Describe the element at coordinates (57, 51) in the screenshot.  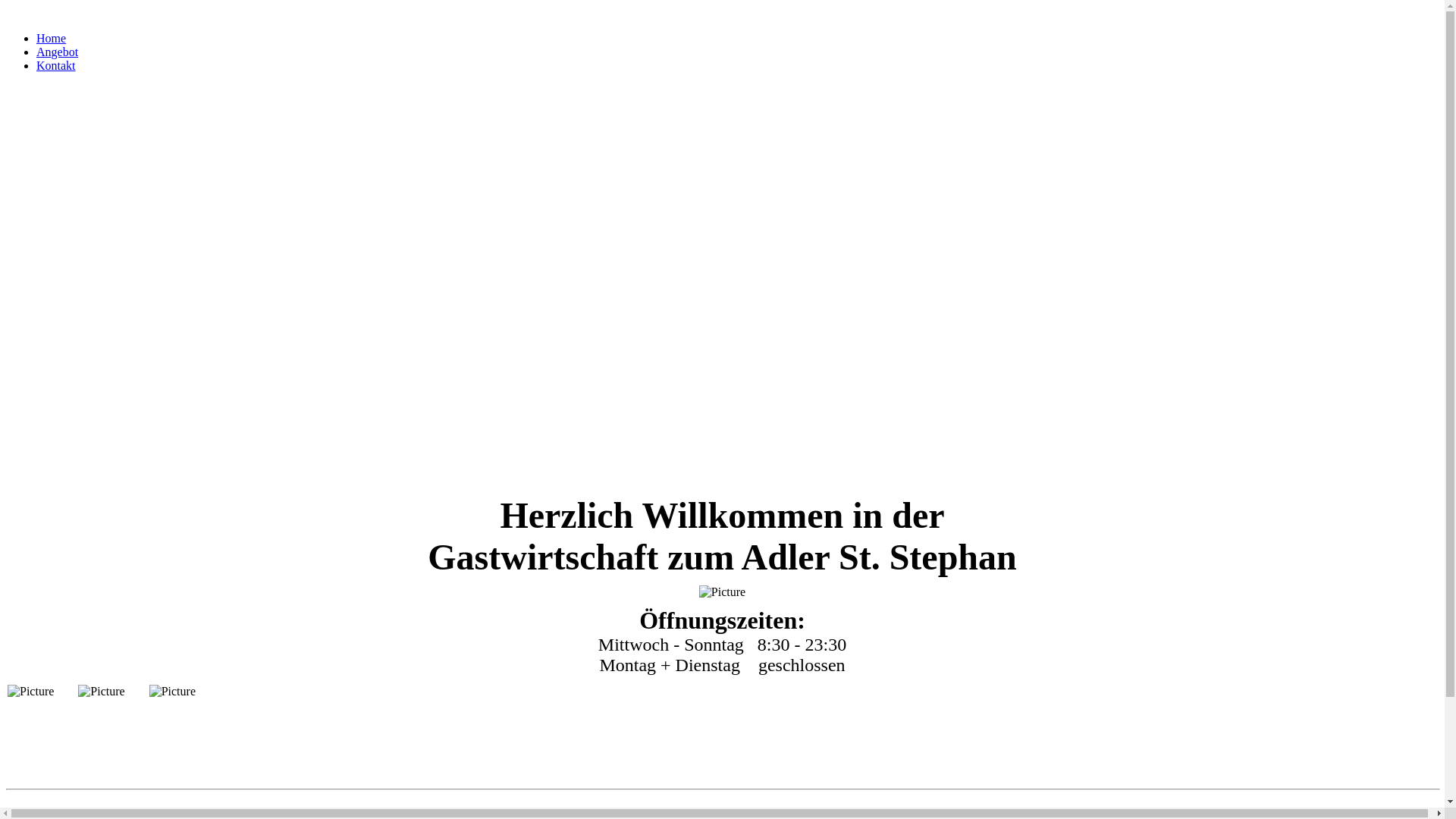
I see `'Angebot'` at that location.